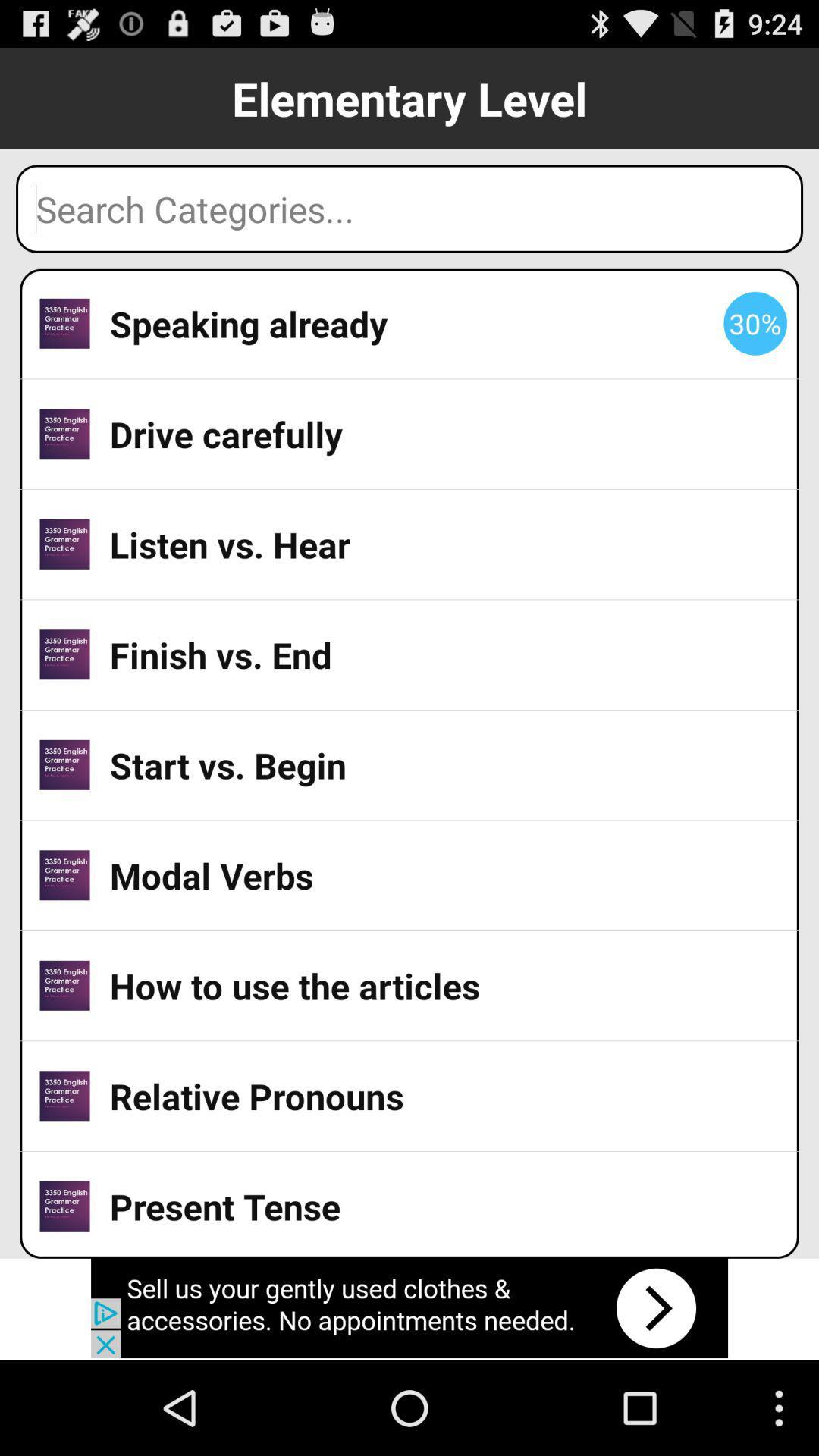 The image size is (819, 1456). I want to click on search, so click(409, 208).